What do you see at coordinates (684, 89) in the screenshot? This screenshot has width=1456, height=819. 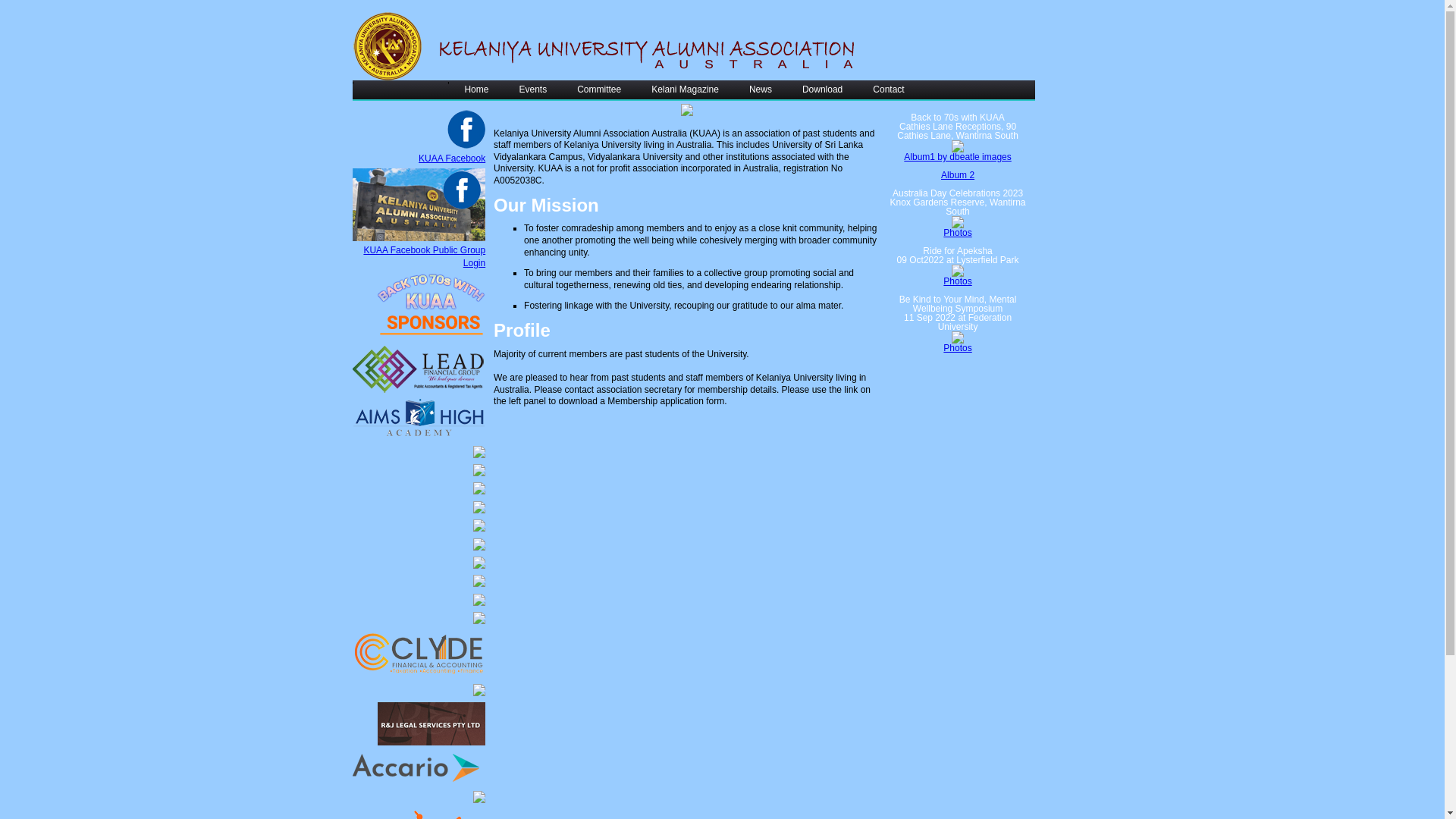 I see `'Kelani Magazine'` at bounding box center [684, 89].